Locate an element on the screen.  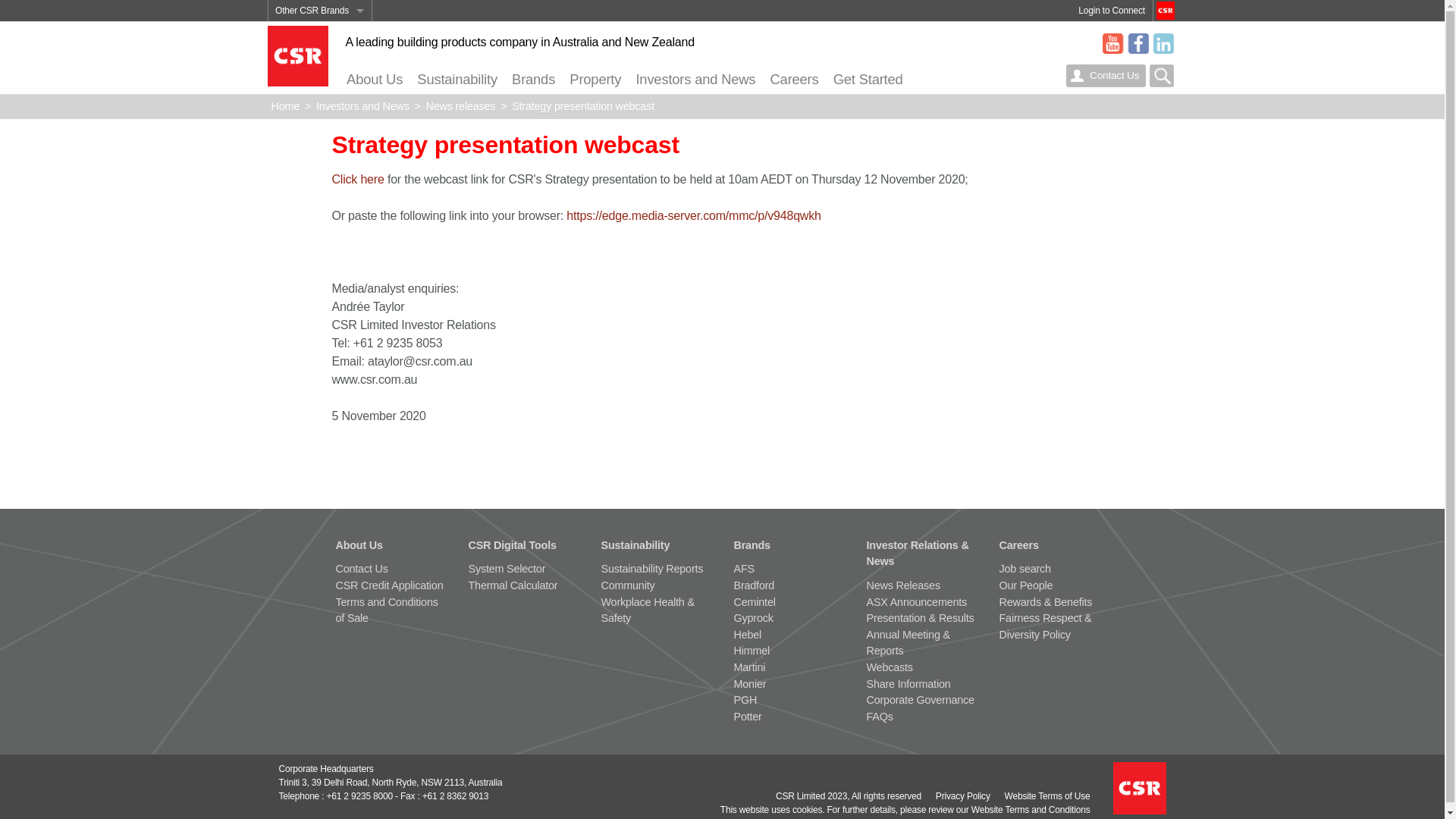
'AFS' is located at coordinates (744, 568).